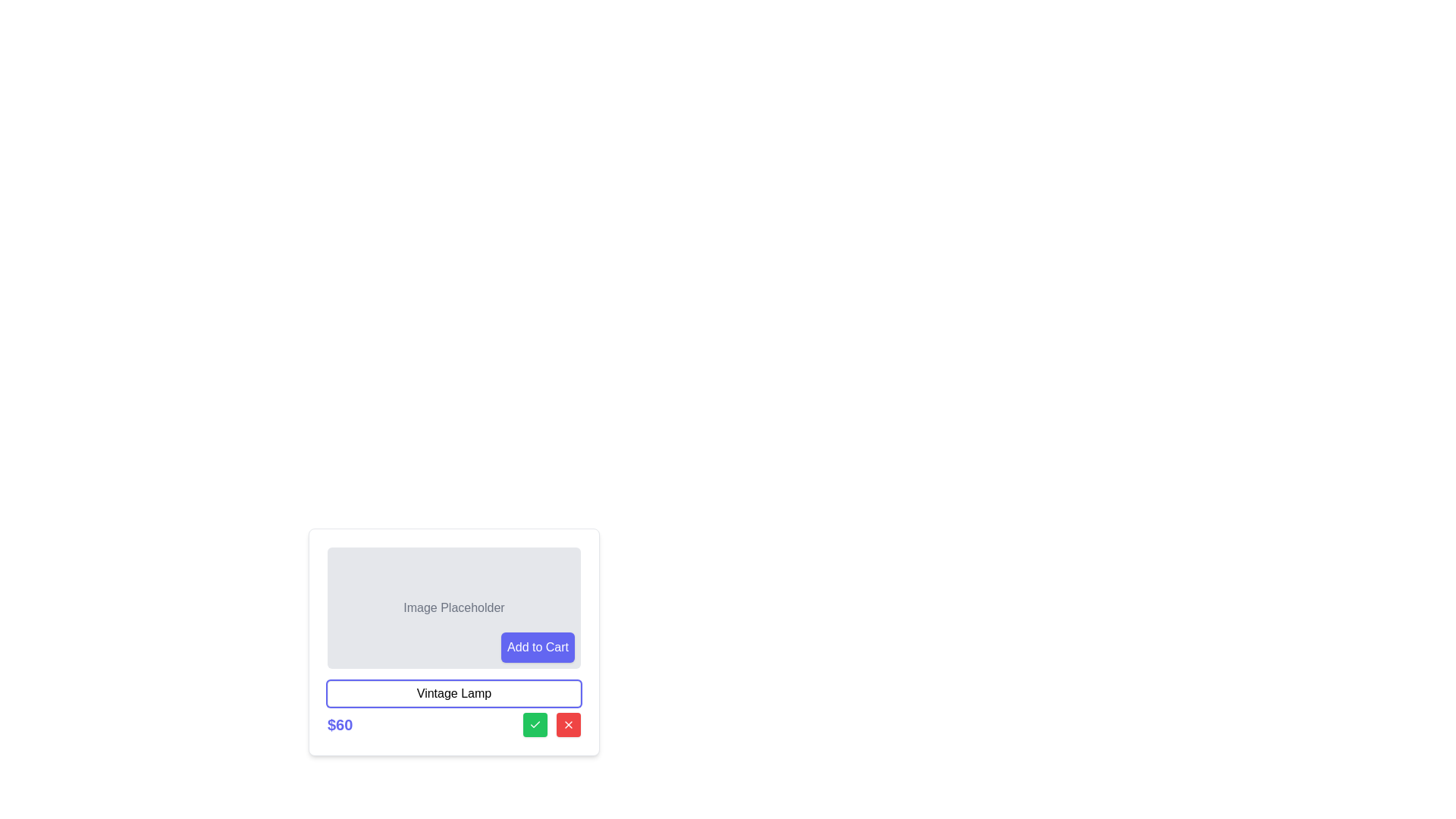 The image size is (1456, 819). I want to click on the green button with a white checkmark icon located below the 'Vintage Lamp' text and to the left of the red button, so click(535, 724).